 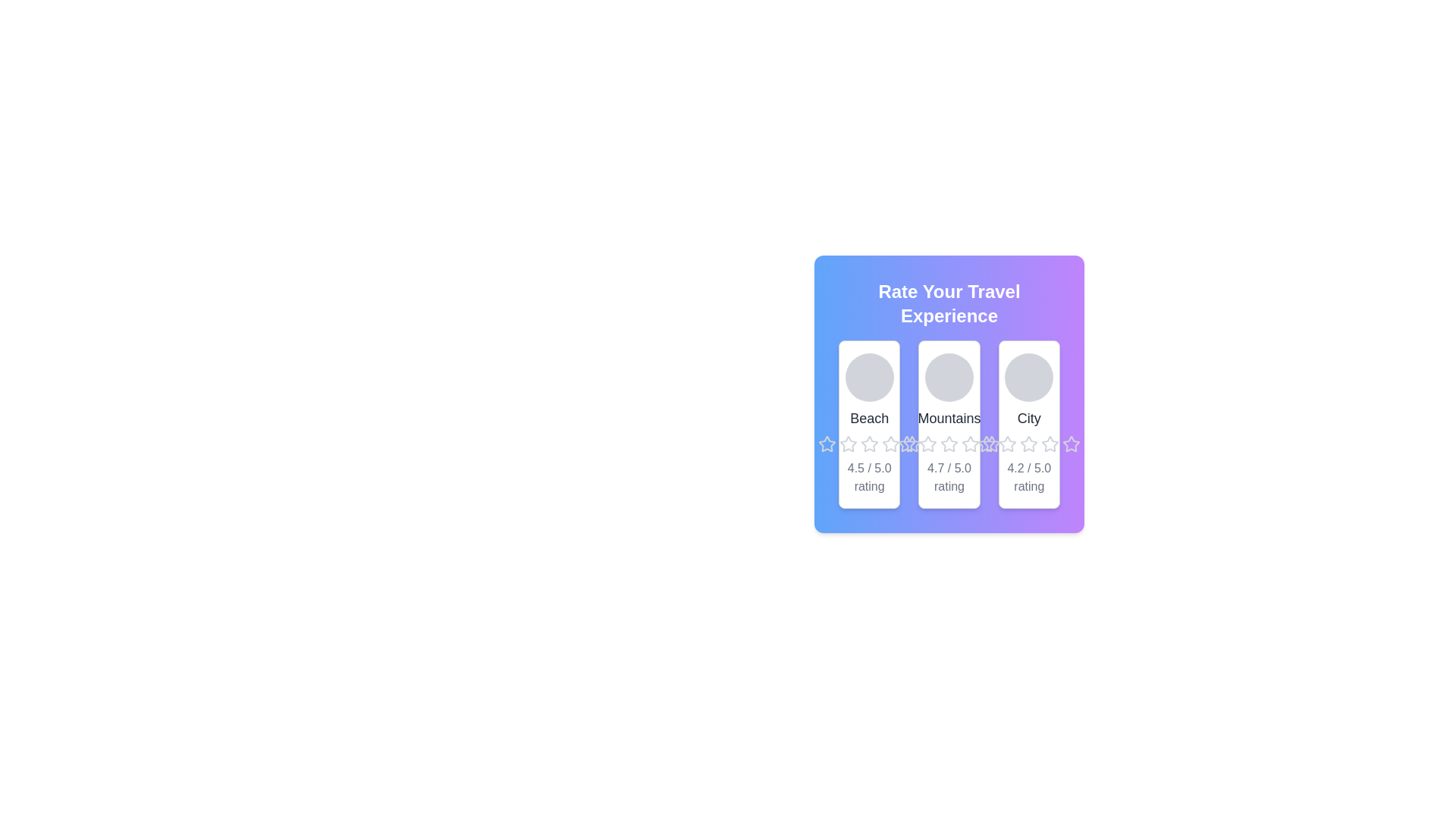 What do you see at coordinates (869, 424) in the screenshot?
I see `the informational card displaying 'Beach' with a rating of 4.5 out of 5, located in the leftmost column of the grid layout` at bounding box center [869, 424].